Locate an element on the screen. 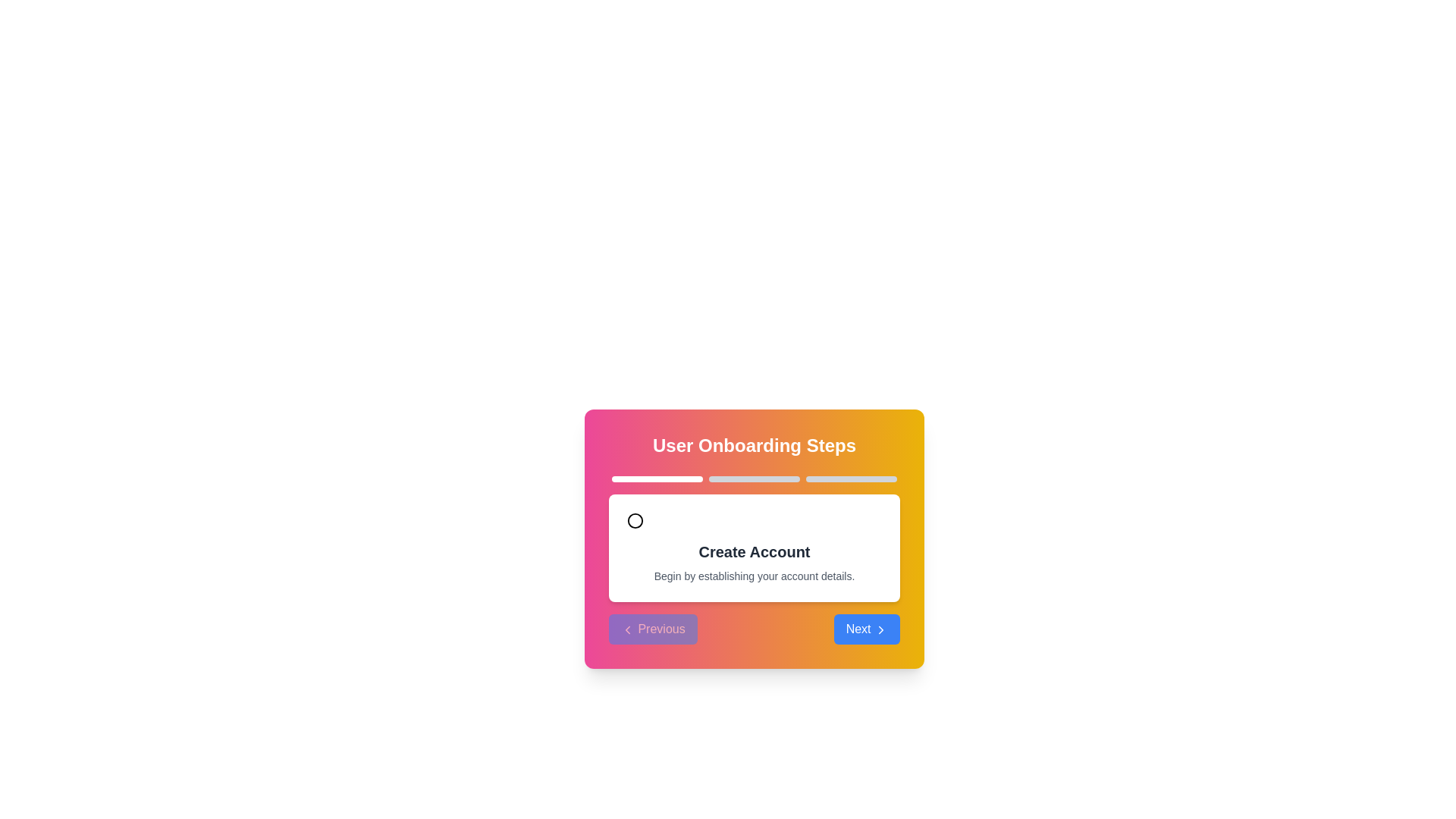 This screenshot has width=1456, height=819. the 'Next' button, which features a right-pointing chevron icon with a blue outline and white background is located at coordinates (880, 629).